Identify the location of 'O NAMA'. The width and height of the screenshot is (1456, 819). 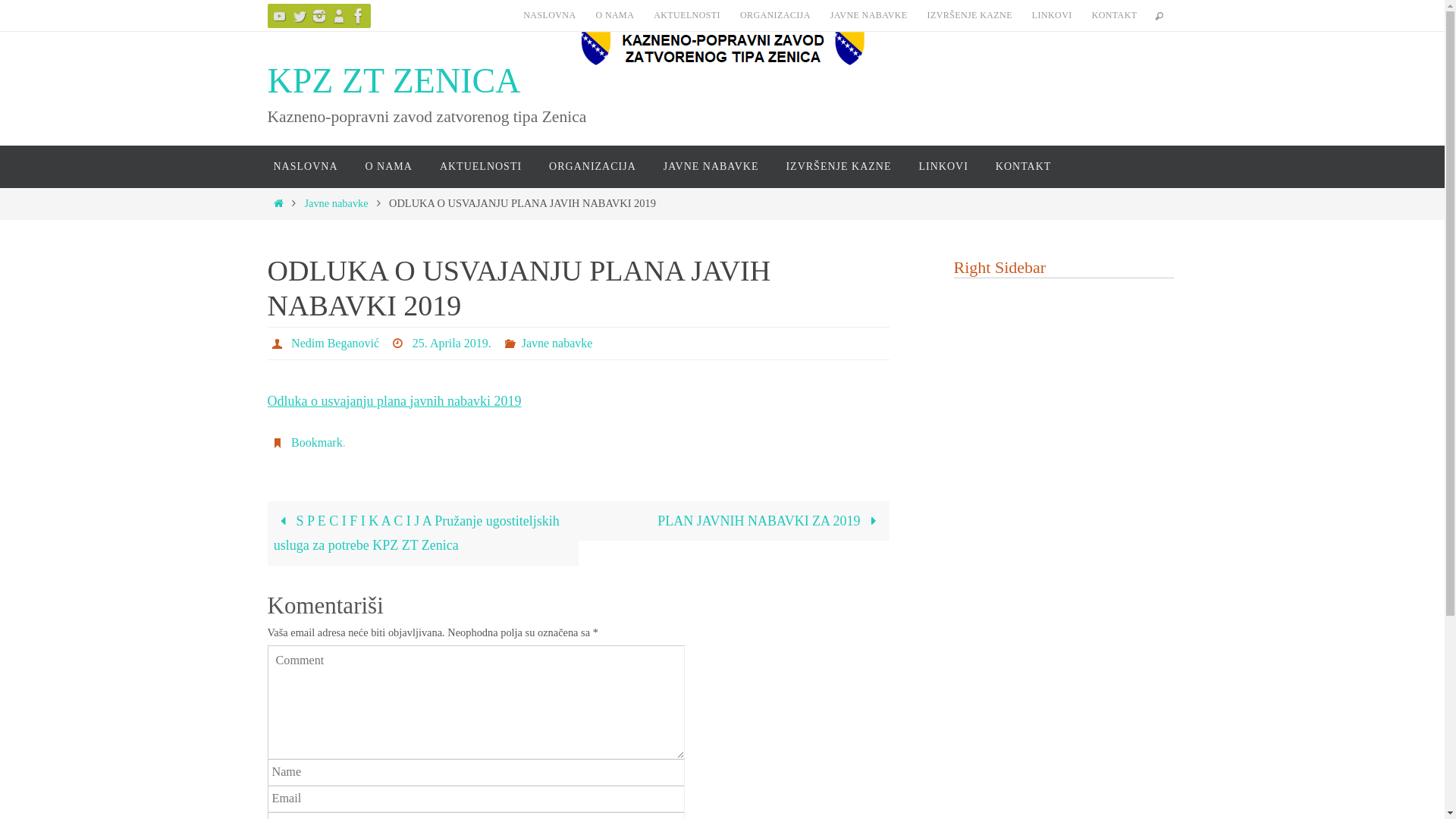
(614, 14).